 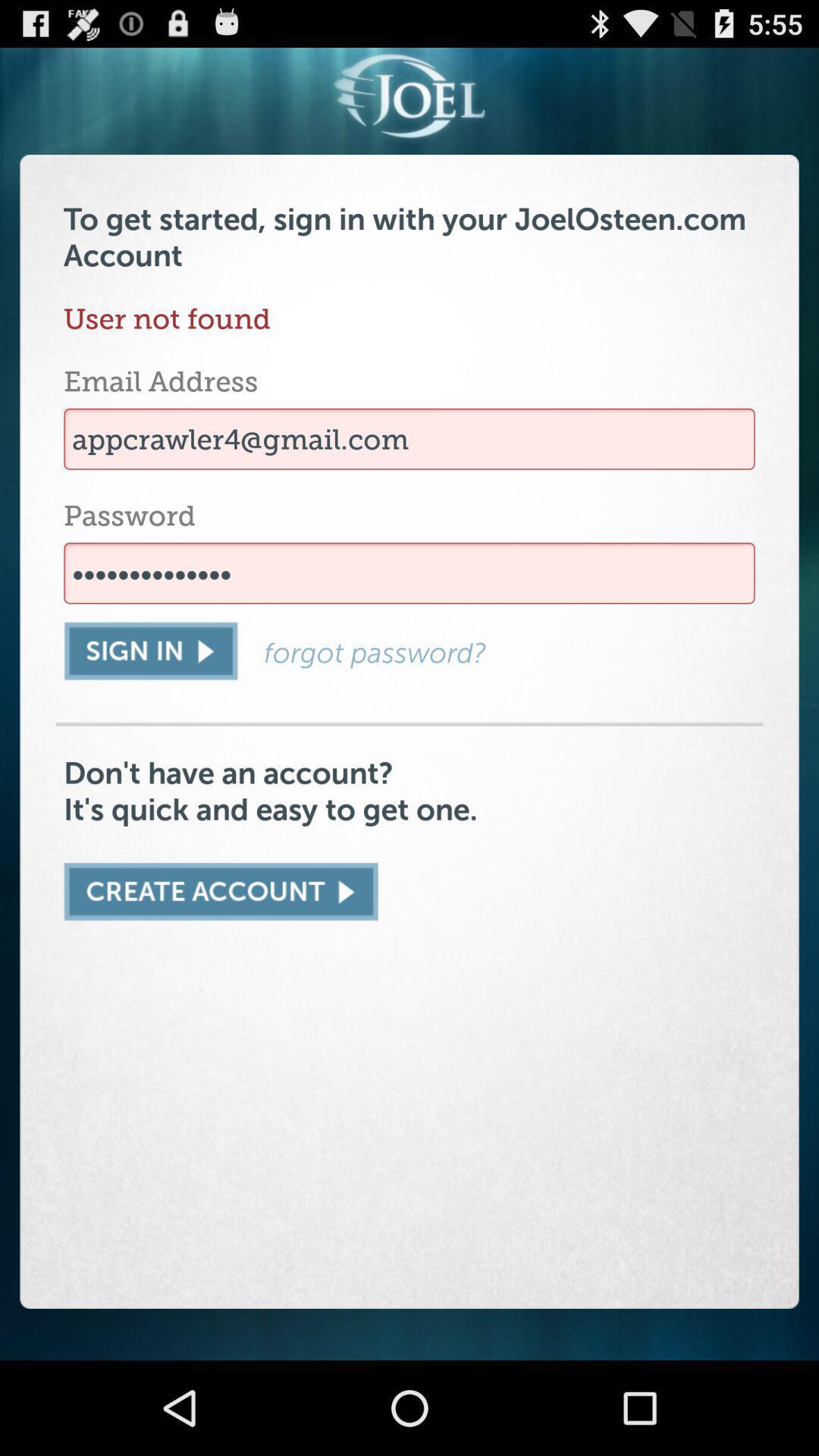 I want to click on next page, so click(x=221, y=892).